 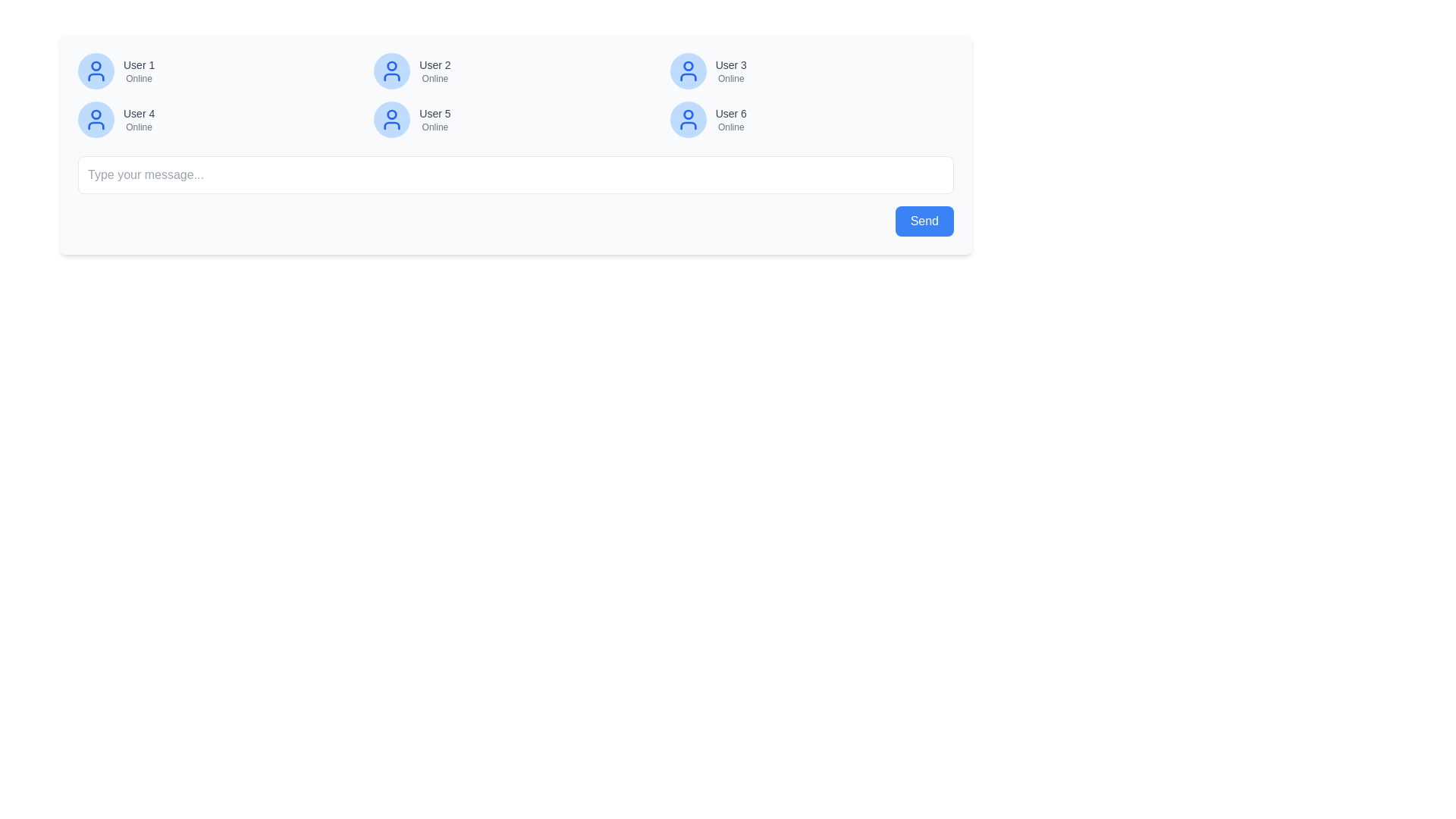 I want to click on the 'Online' text label, which is positioned below 'User 4' in the user information section of the grid, so click(x=139, y=127).